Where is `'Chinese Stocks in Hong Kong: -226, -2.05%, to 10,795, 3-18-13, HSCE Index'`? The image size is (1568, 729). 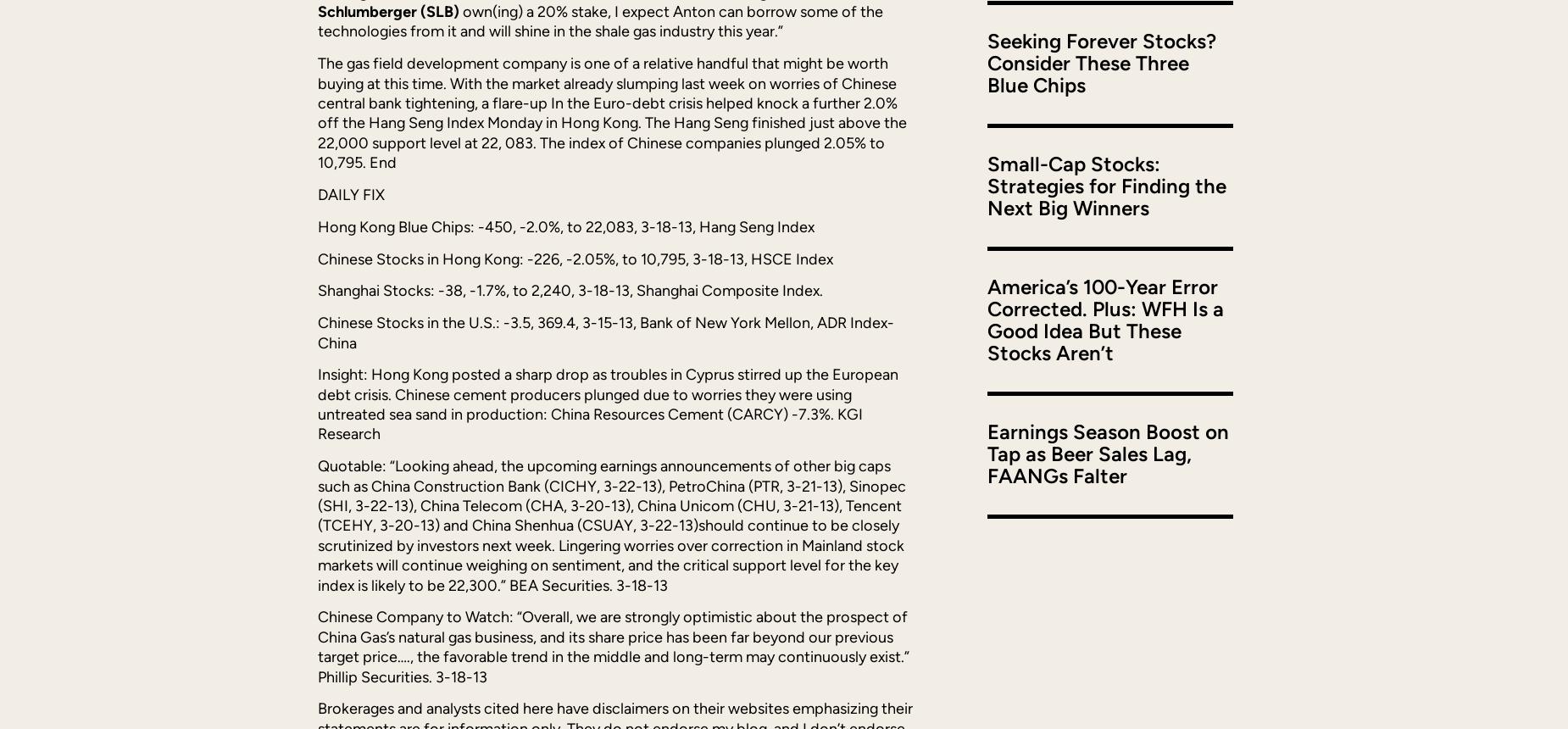 'Chinese Stocks in Hong Kong: -226, -2.05%, to 10,795, 3-18-13, HSCE Index' is located at coordinates (575, 258).